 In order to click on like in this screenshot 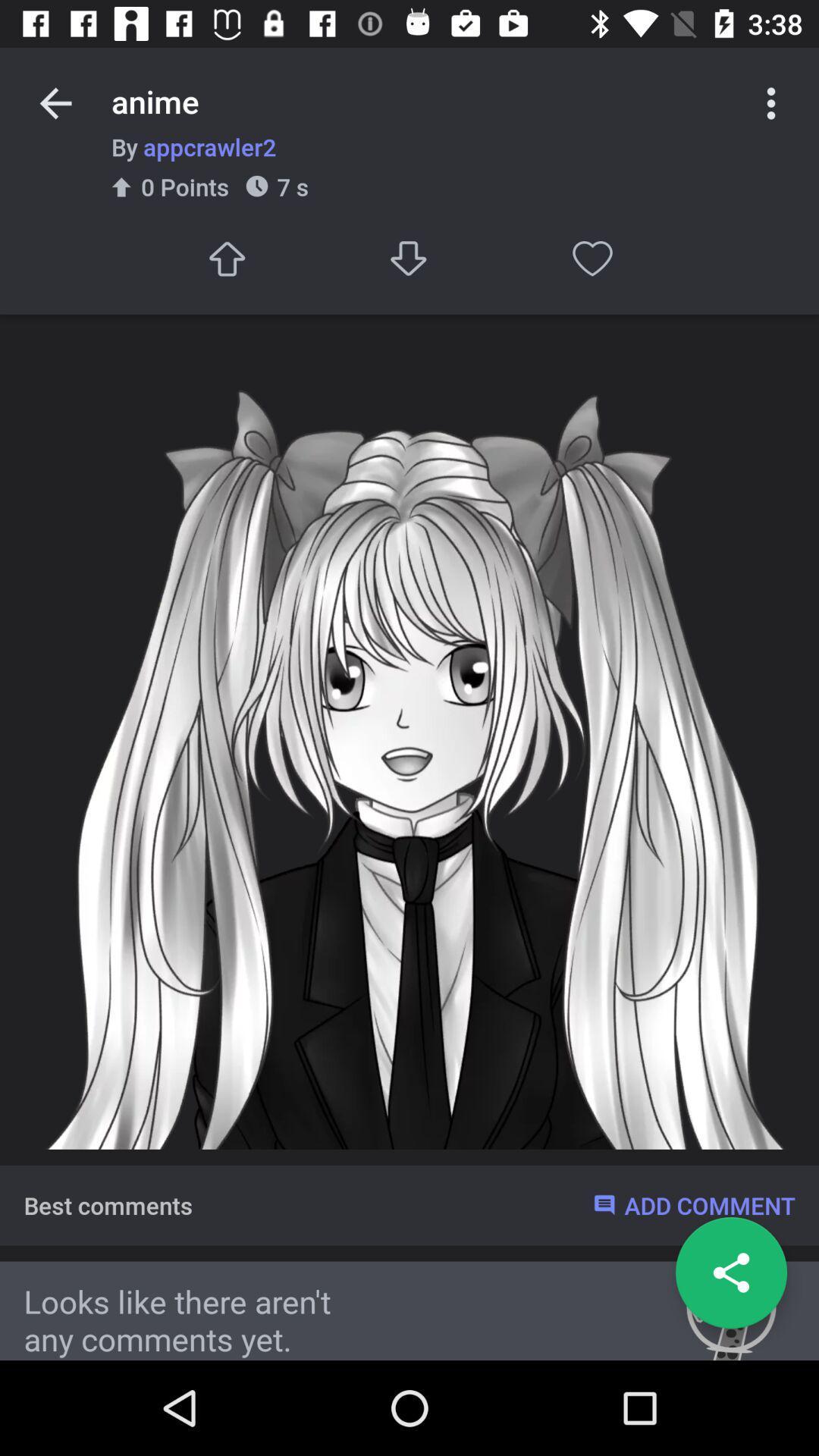, I will do `click(591, 259)`.